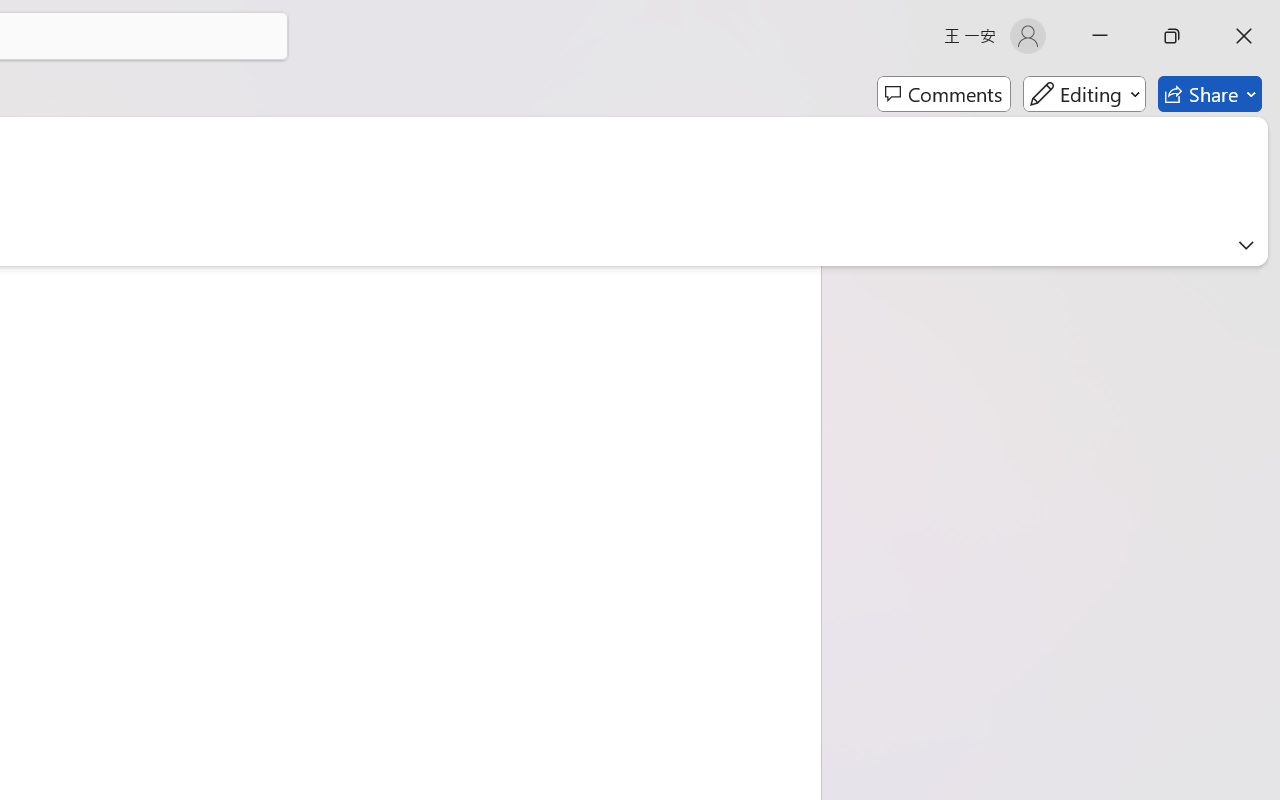 This screenshot has height=800, width=1280. What do you see at coordinates (1083, 94) in the screenshot?
I see `'Mode'` at bounding box center [1083, 94].